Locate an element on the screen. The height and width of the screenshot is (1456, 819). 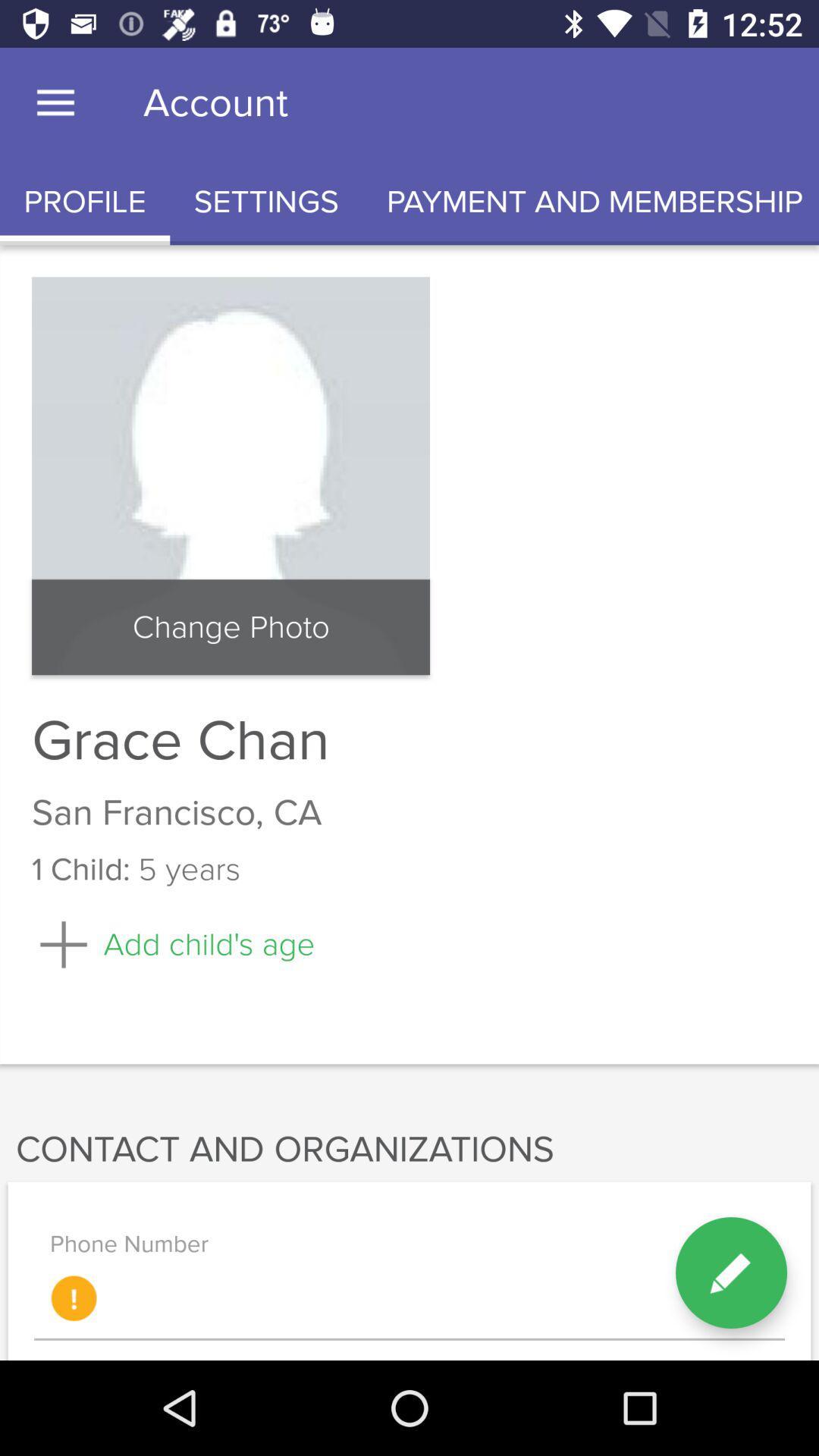
the add child s is located at coordinates (172, 943).